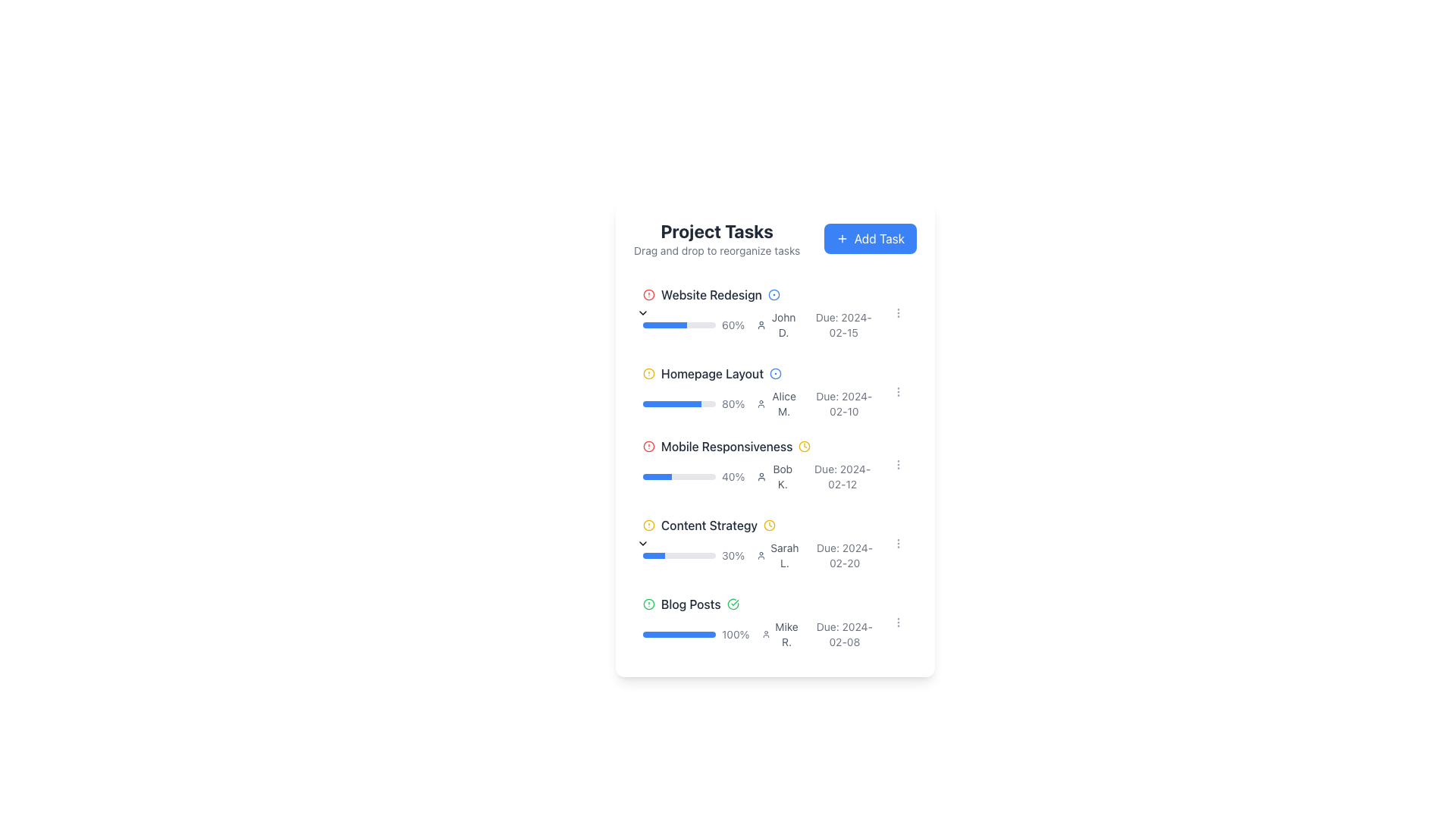 The height and width of the screenshot is (819, 1456). What do you see at coordinates (736, 635) in the screenshot?
I see `text content of the percentage indicator displaying '100%' located at the end of the horizontal progress bar for the task 'Blog Posts'` at bounding box center [736, 635].